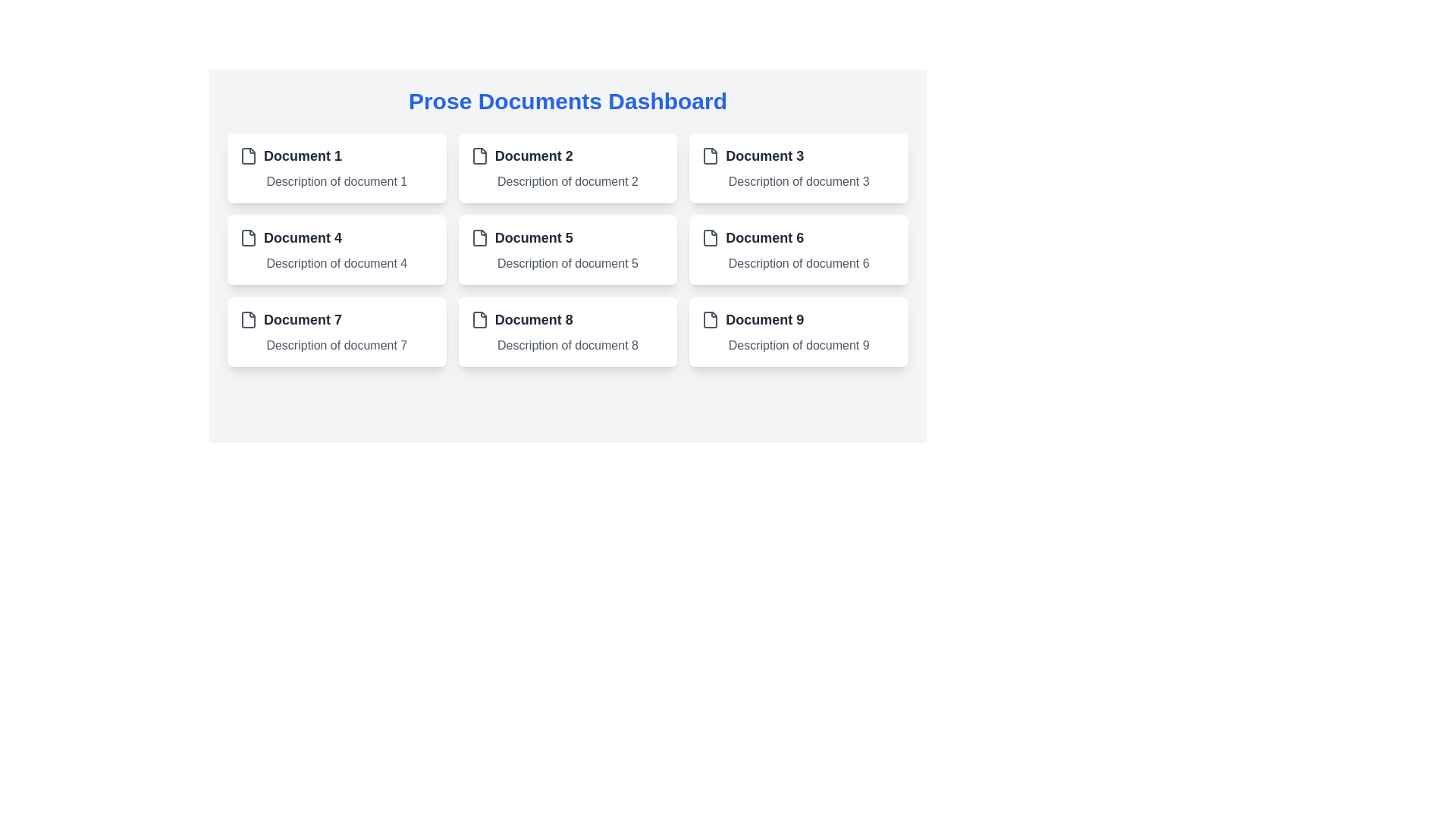 Image resolution: width=1456 pixels, height=819 pixels. I want to click on the document icon, which is represented by an SVG graphic with dark gray lines and a folded corner, located to the left of the text 'Document 2' and 'Description of document 2', so click(479, 155).